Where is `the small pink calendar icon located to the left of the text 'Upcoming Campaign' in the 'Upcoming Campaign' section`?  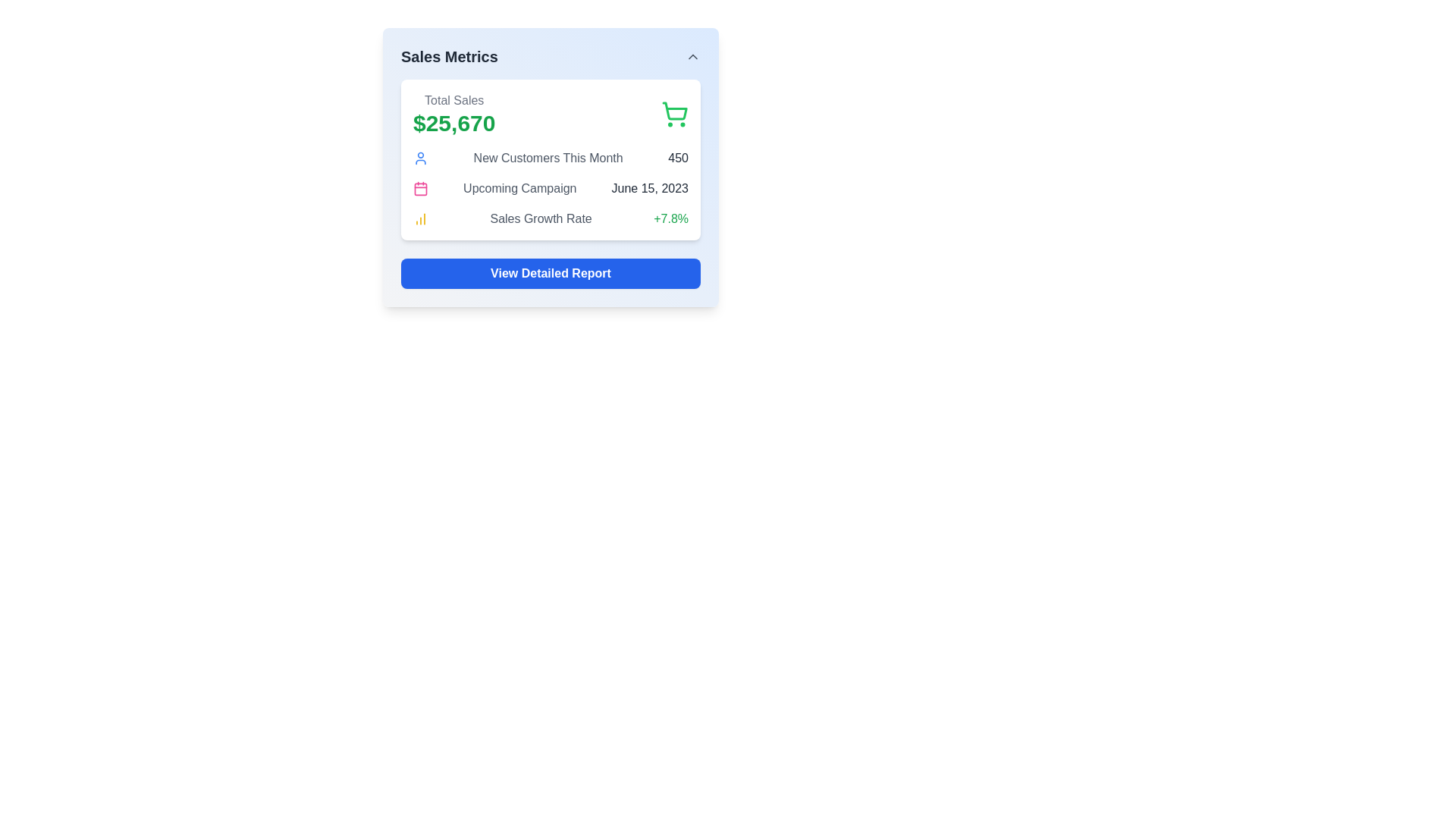 the small pink calendar icon located to the left of the text 'Upcoming Campaign' in the 'Upcoming Campaign' section is located at coordinates (421, 188).